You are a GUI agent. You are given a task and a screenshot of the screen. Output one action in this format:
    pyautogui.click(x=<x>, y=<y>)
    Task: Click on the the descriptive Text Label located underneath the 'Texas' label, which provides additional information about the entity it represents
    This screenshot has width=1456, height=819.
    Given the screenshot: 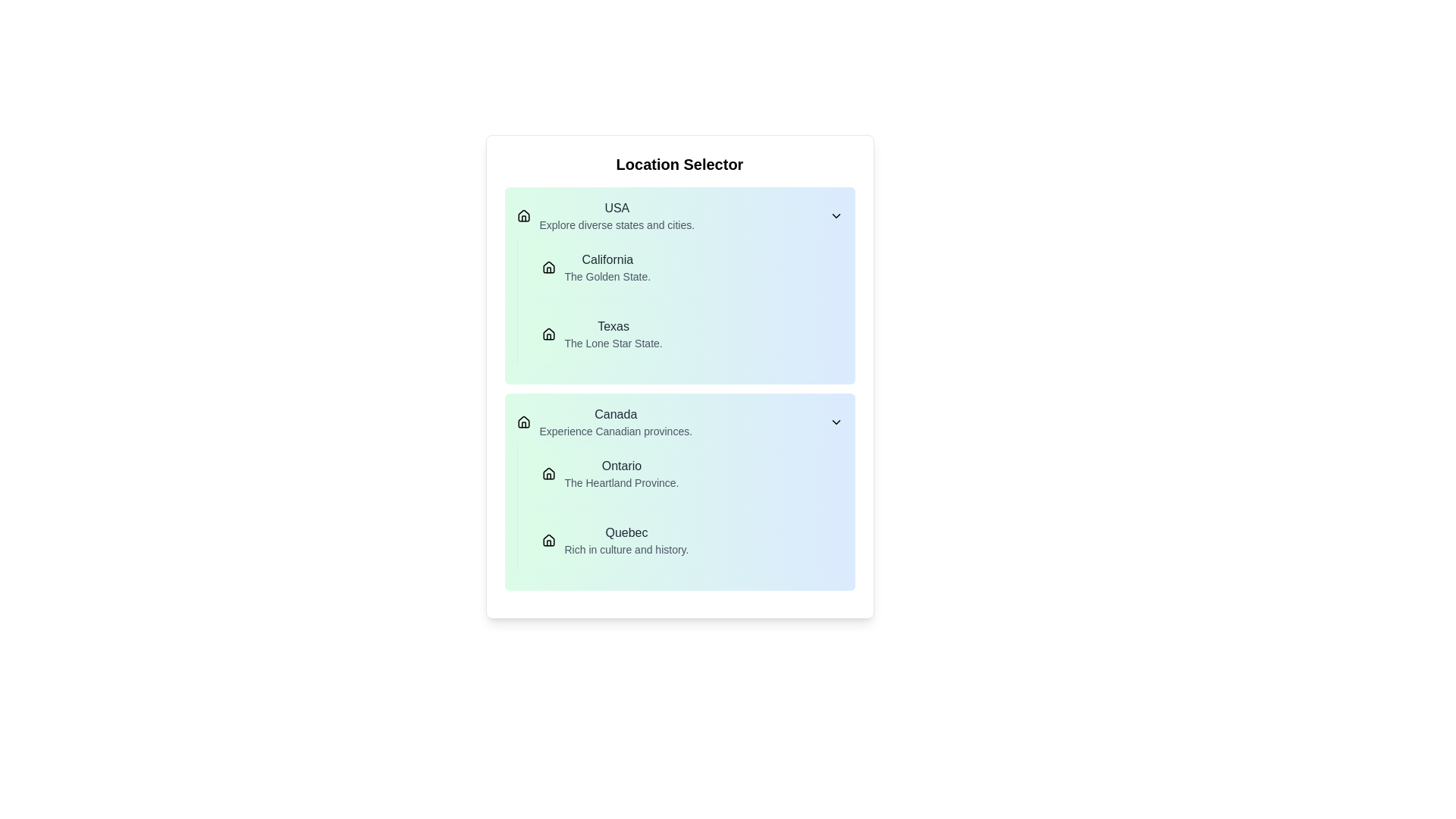 What is the action you would take?
    pyautogui.click(x=613, y=343)
    